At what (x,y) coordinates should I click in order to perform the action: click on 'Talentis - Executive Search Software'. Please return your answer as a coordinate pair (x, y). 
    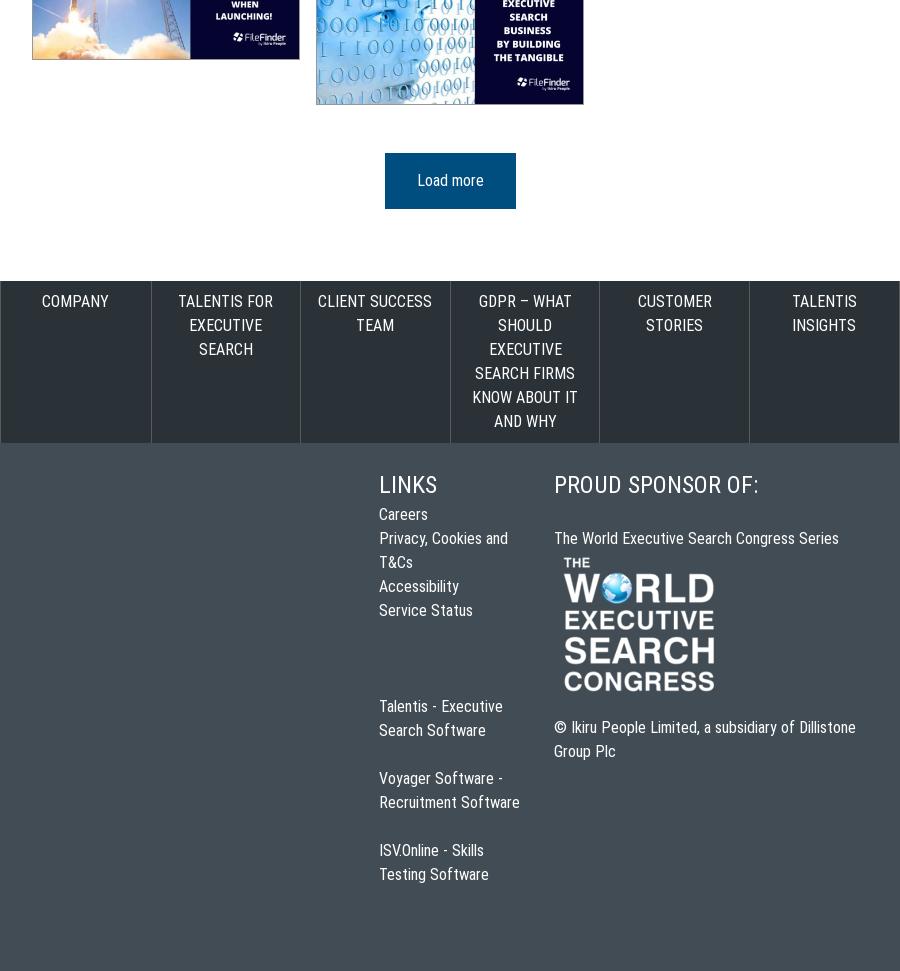
    Looking at the image, I should click on (441, 717).